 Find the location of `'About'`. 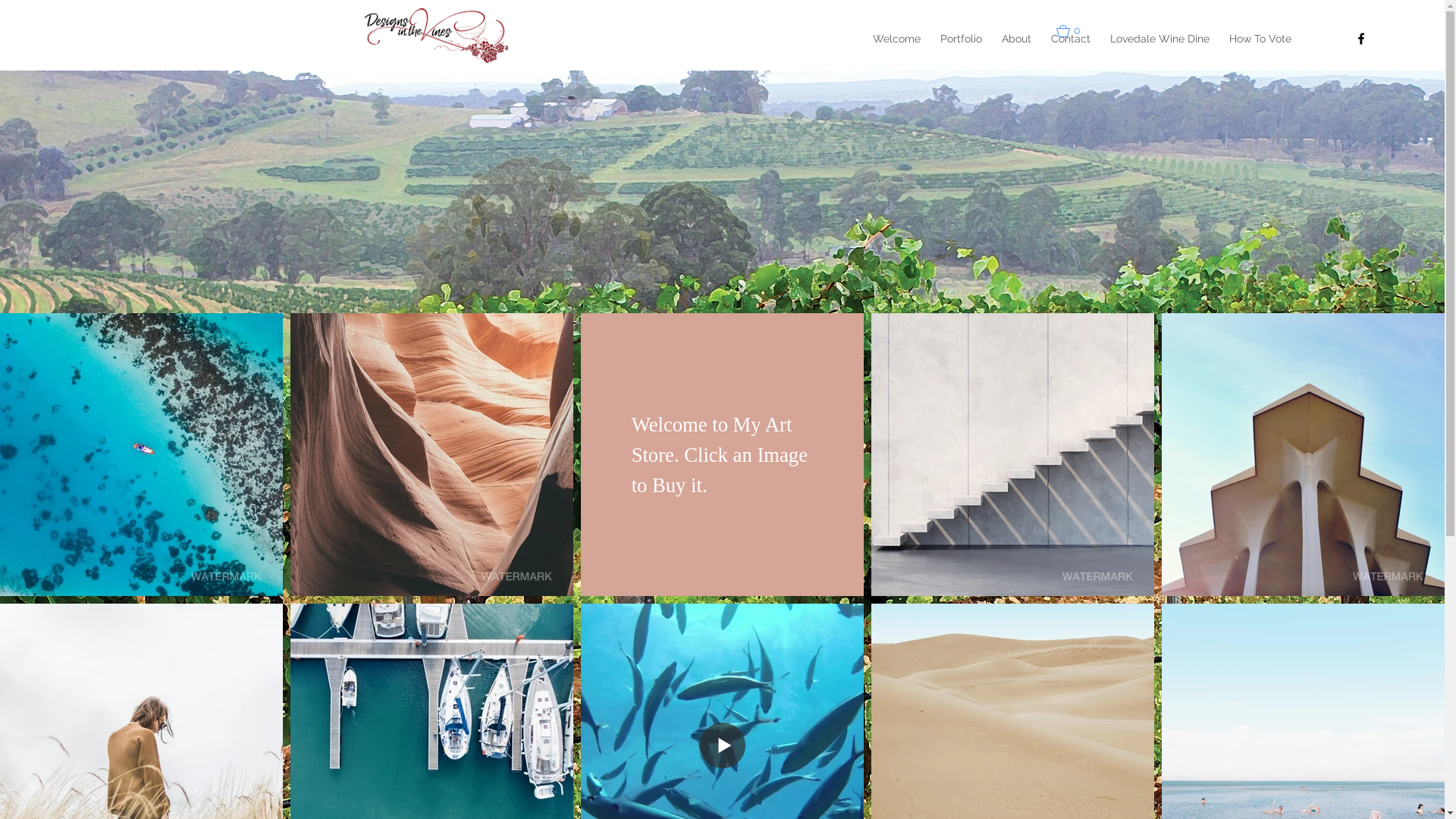

'About' is located at coordinates (1016, 37).